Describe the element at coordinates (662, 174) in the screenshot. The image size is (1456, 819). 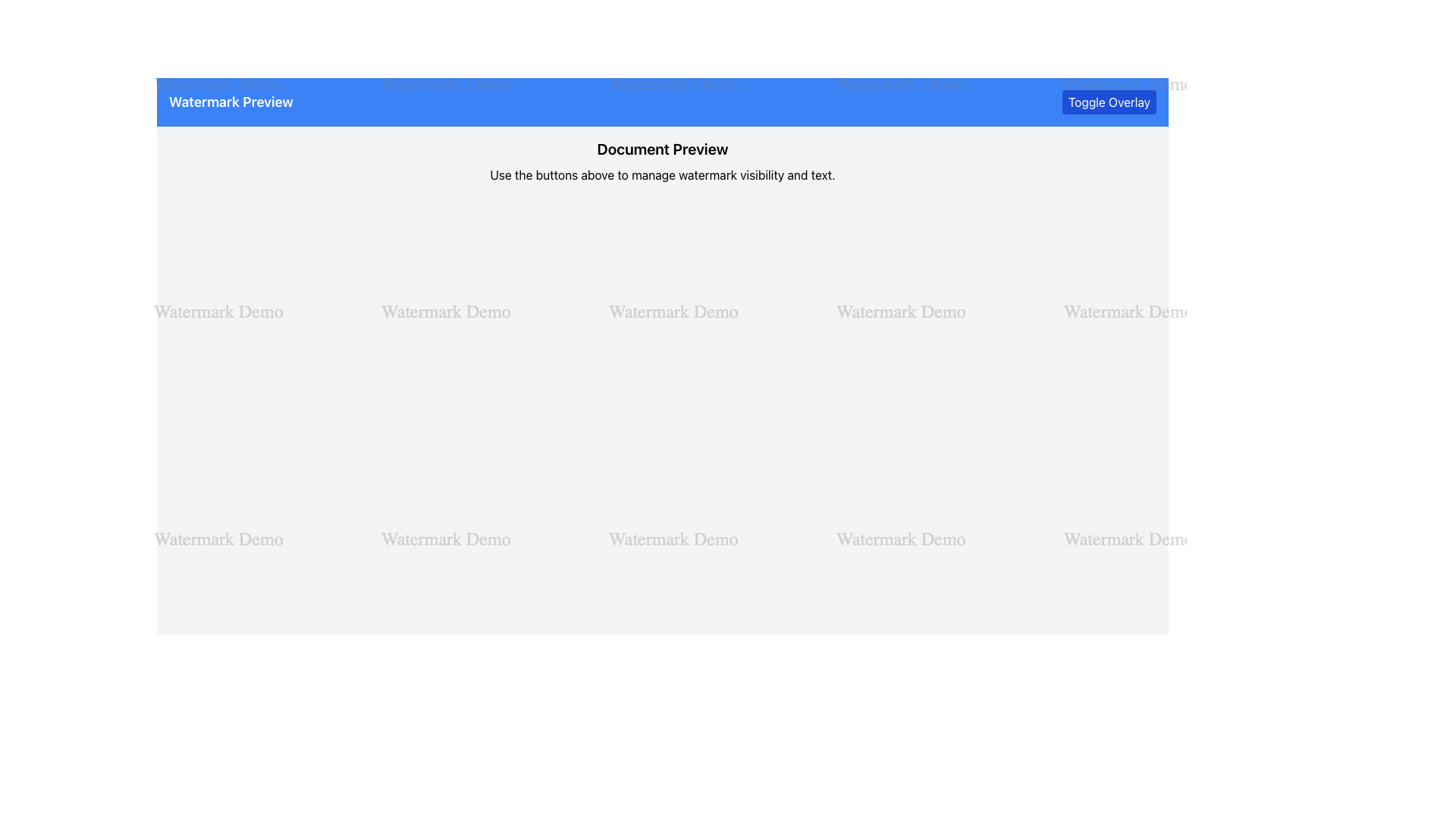
I see `the static text label that provides instructions or context to the user, located immediately below the 'Document Preview' title` at that location.